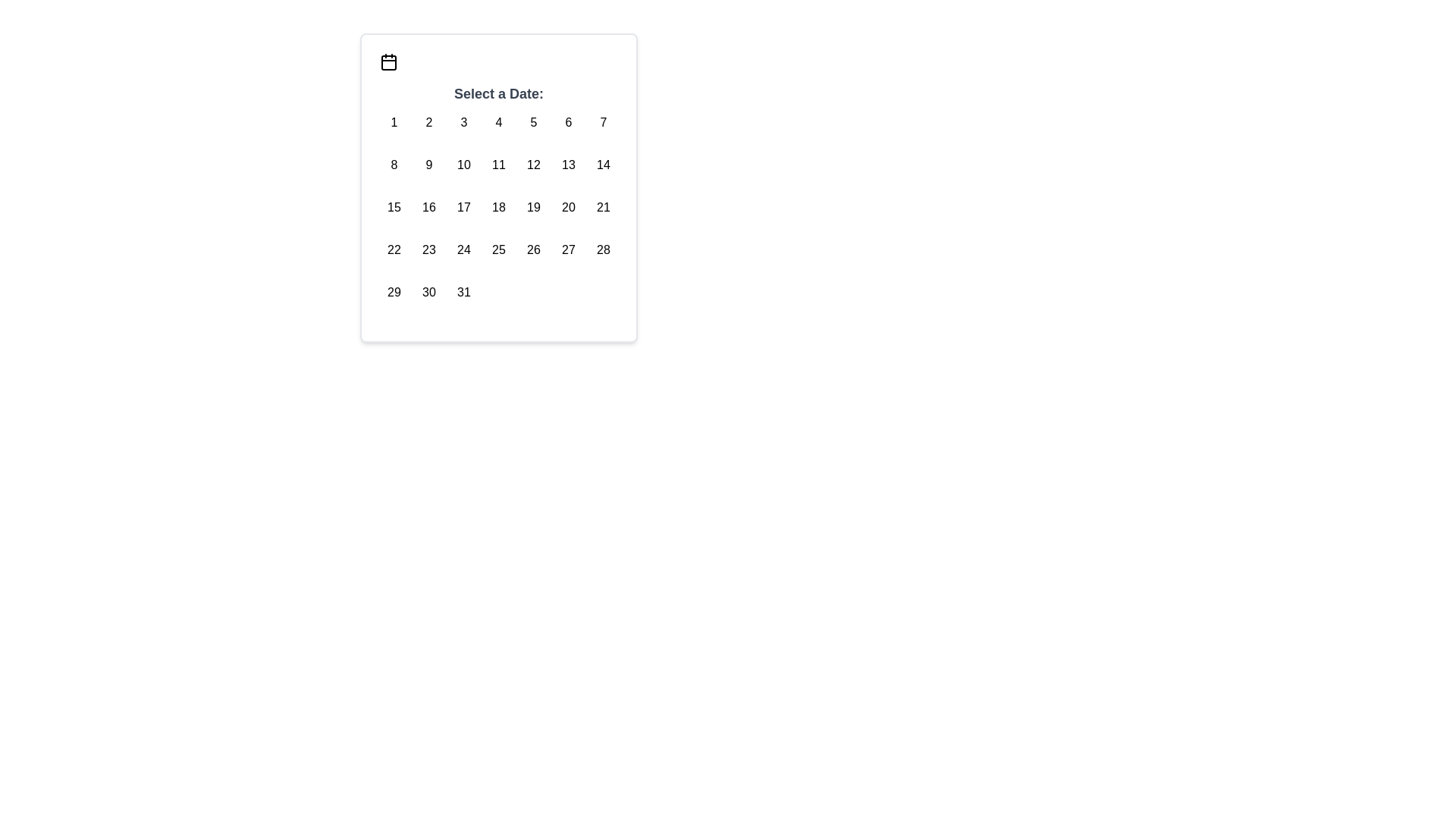 The width and height of the screenshot is (1456, 819). I want to click on the clickable button representing the date '9' in the calendar interface, so click(428, 165).